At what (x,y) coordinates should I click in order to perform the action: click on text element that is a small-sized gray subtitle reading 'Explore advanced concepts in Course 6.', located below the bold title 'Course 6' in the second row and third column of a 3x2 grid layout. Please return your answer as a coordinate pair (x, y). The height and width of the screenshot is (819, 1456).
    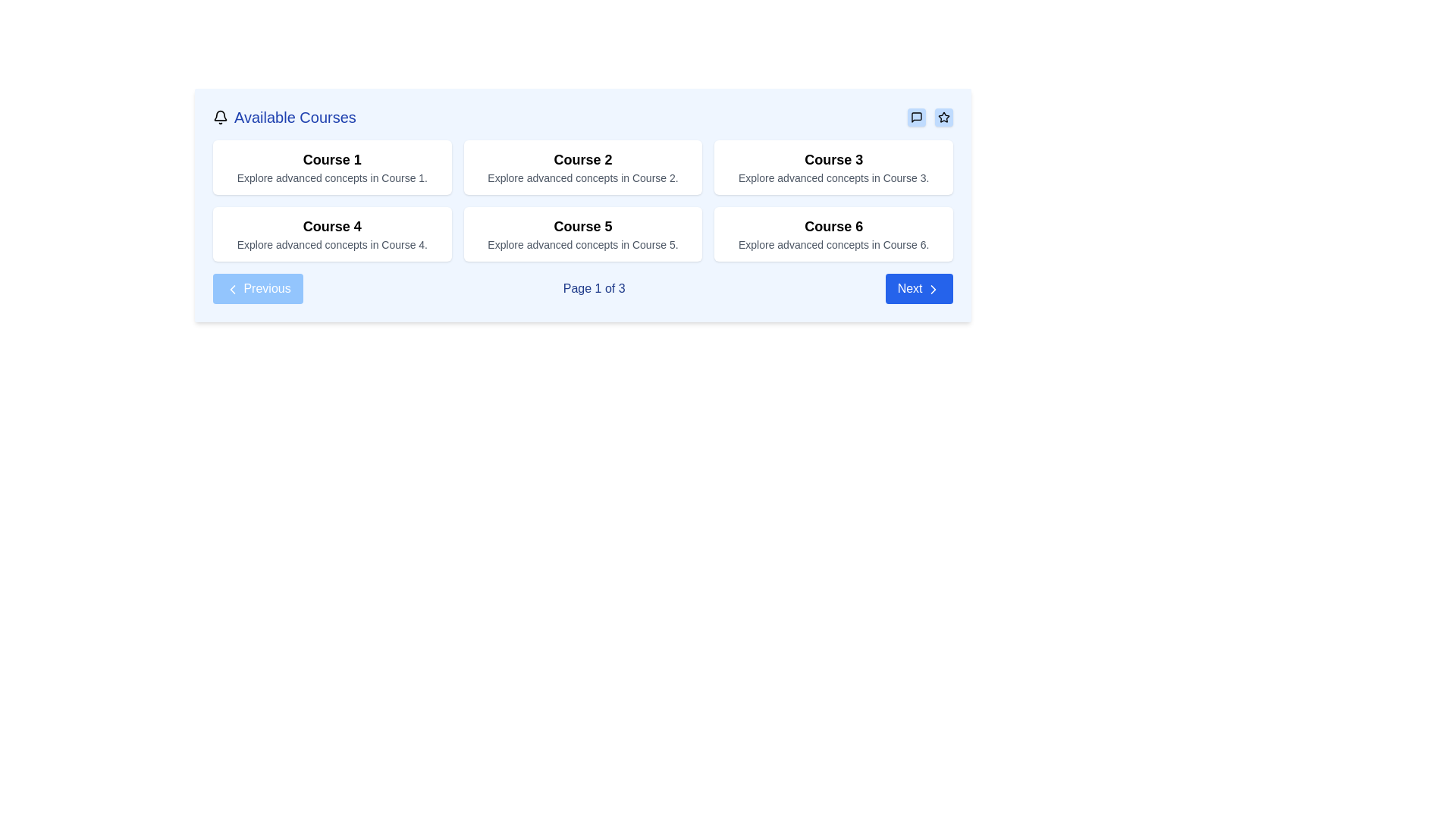
    Looking at the image, I should click on (833, 244).